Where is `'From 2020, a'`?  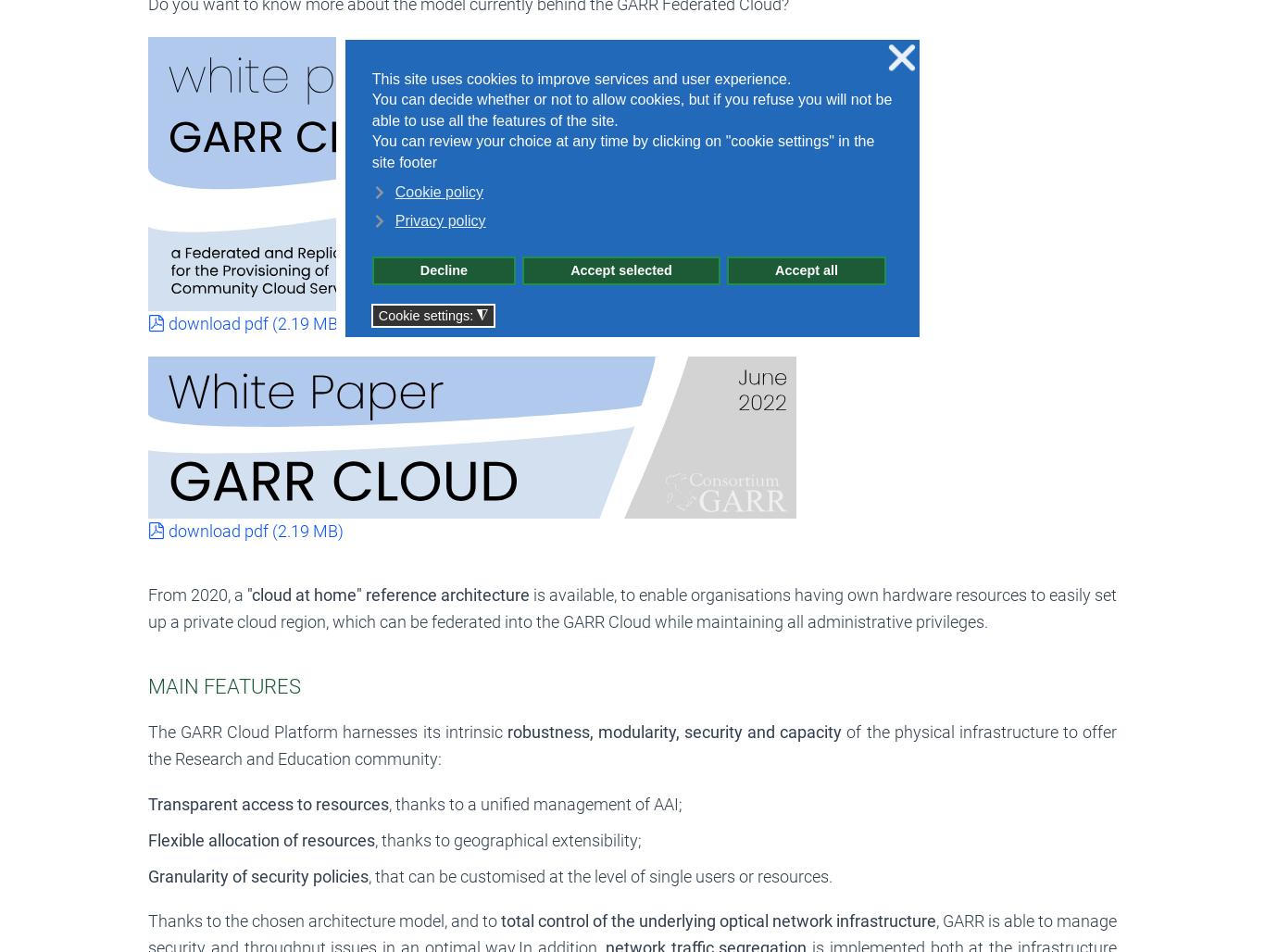 'From 2020, a' is located at coordinates (196, 594).